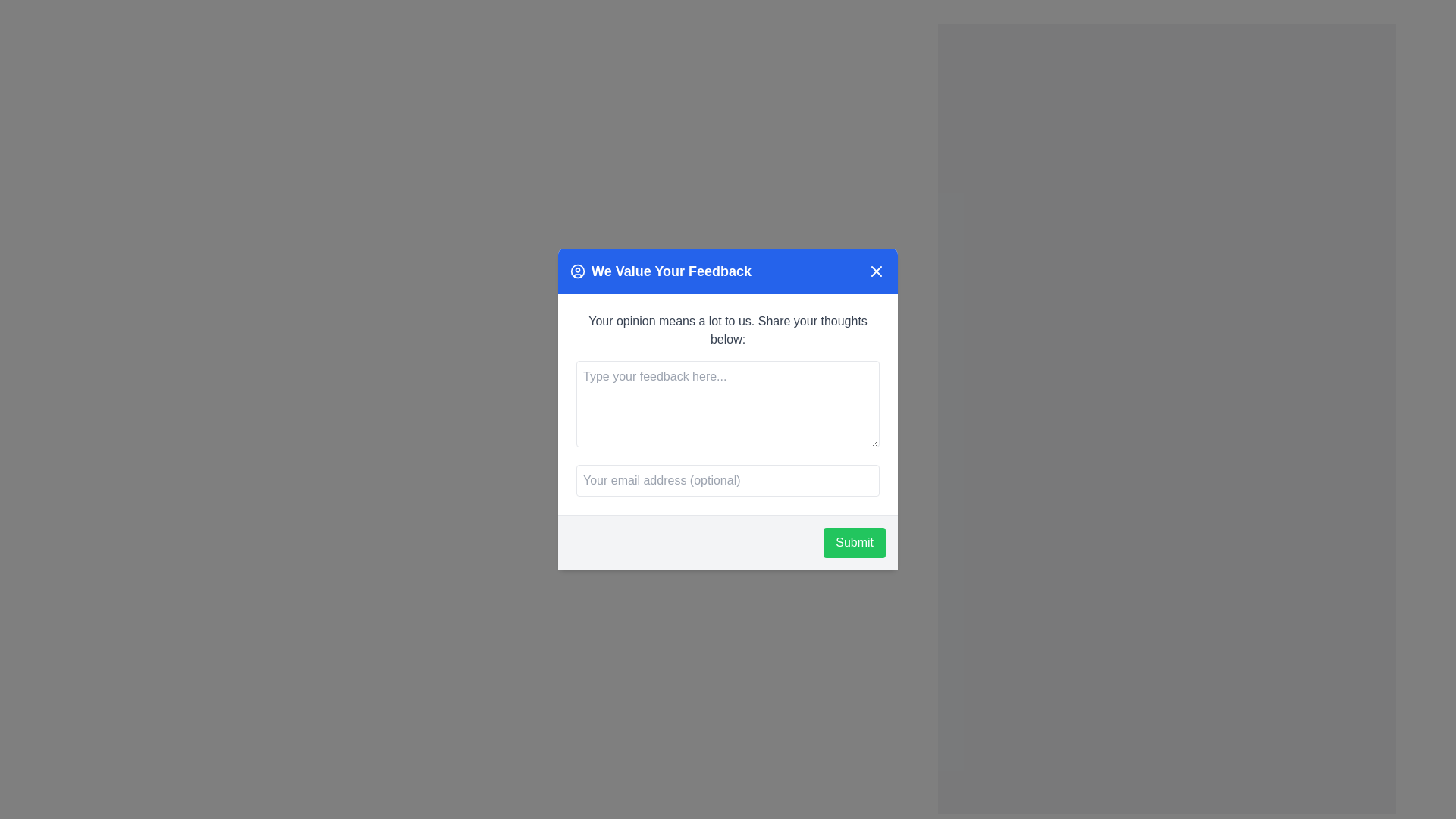 The image size is (1456, 819). I want to click on the close button located in the top-right corner of the blue header bar titled 'We Value Your Feedback' to observe any hover effects, such as a color change, so click(877, 271).